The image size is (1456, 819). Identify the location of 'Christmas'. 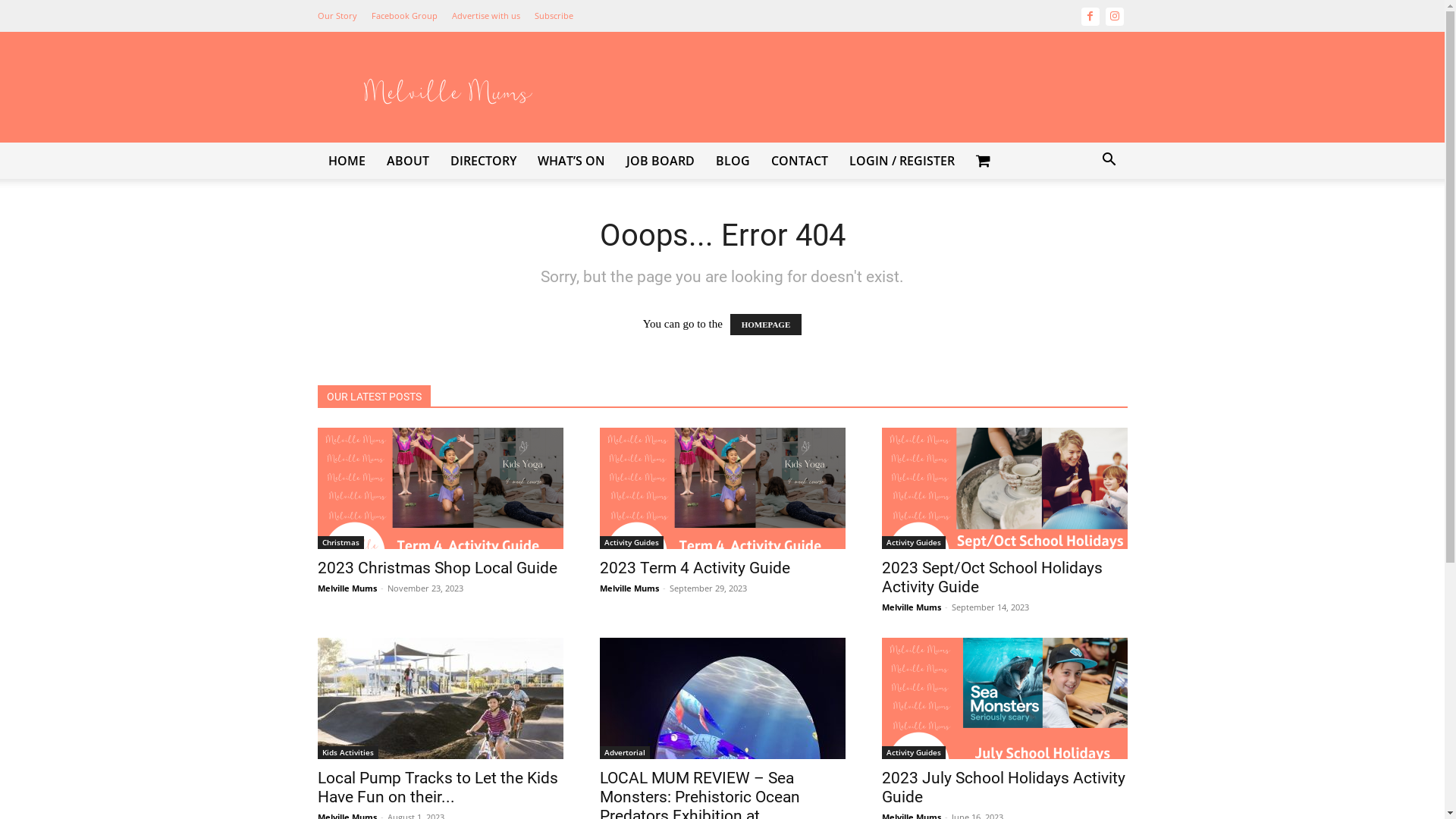
(339, 541).